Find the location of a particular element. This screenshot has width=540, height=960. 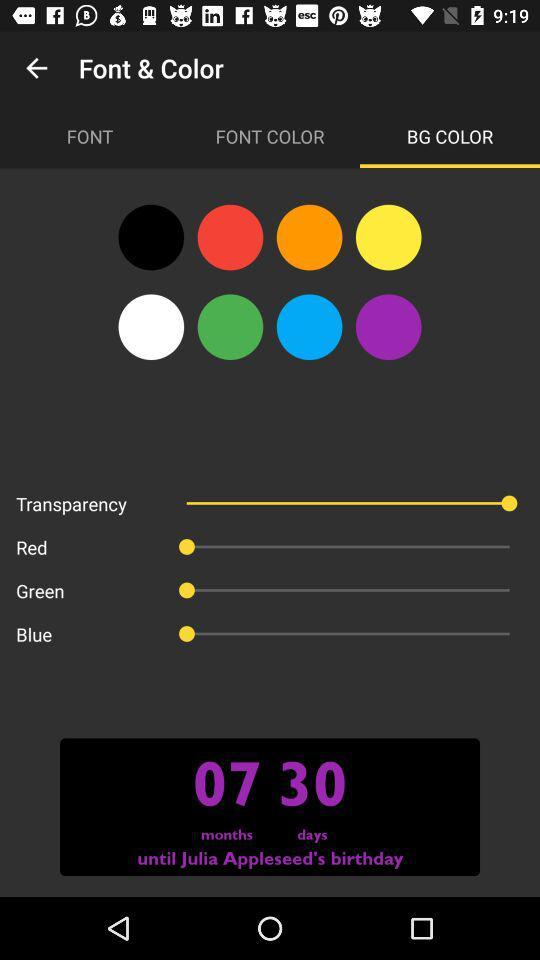

the icon next to font color is located at coordinates (449, 135).